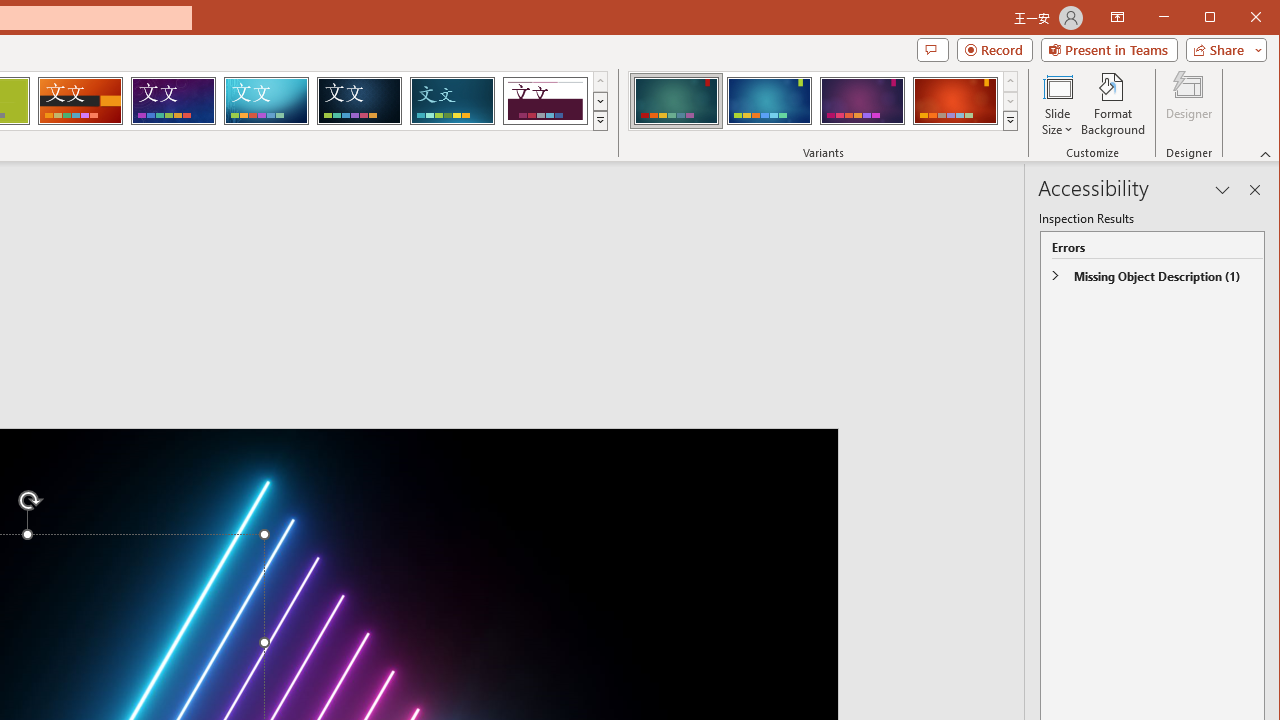 The width and height of the screenshot is (1280, 720). What do you see at coordinates (1254, 190) in the screenshot?
I see `'Close pane'` at bounding box center [1254, 190].